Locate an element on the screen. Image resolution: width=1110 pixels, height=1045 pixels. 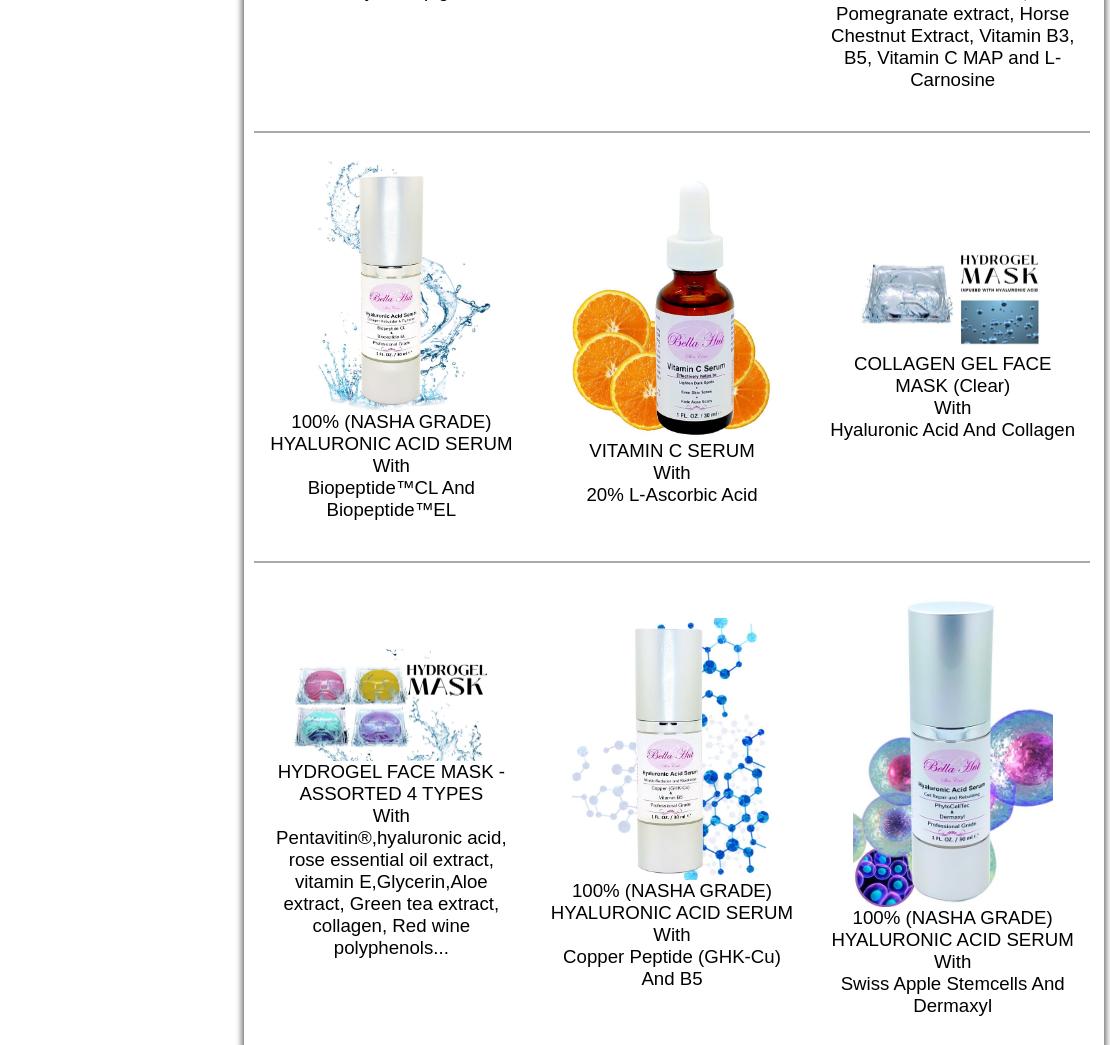
'This has really shrunk my pore size and softened my skin' is located at coordinates (552, 722).